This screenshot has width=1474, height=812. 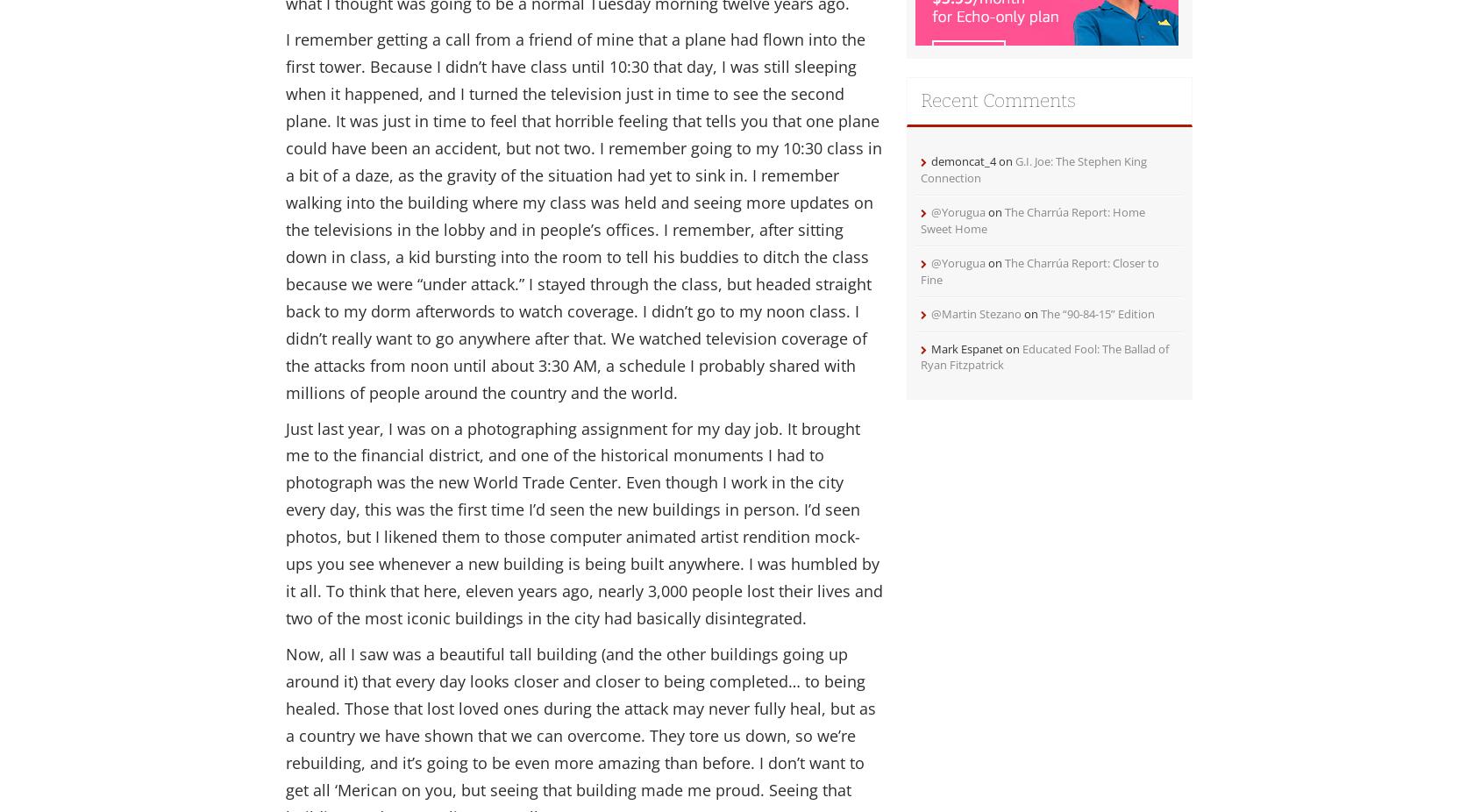 What do you see at coordinates (963, 159) in the screenshot?
I see `'demoncat_4'` at bounding box center [963, 159].